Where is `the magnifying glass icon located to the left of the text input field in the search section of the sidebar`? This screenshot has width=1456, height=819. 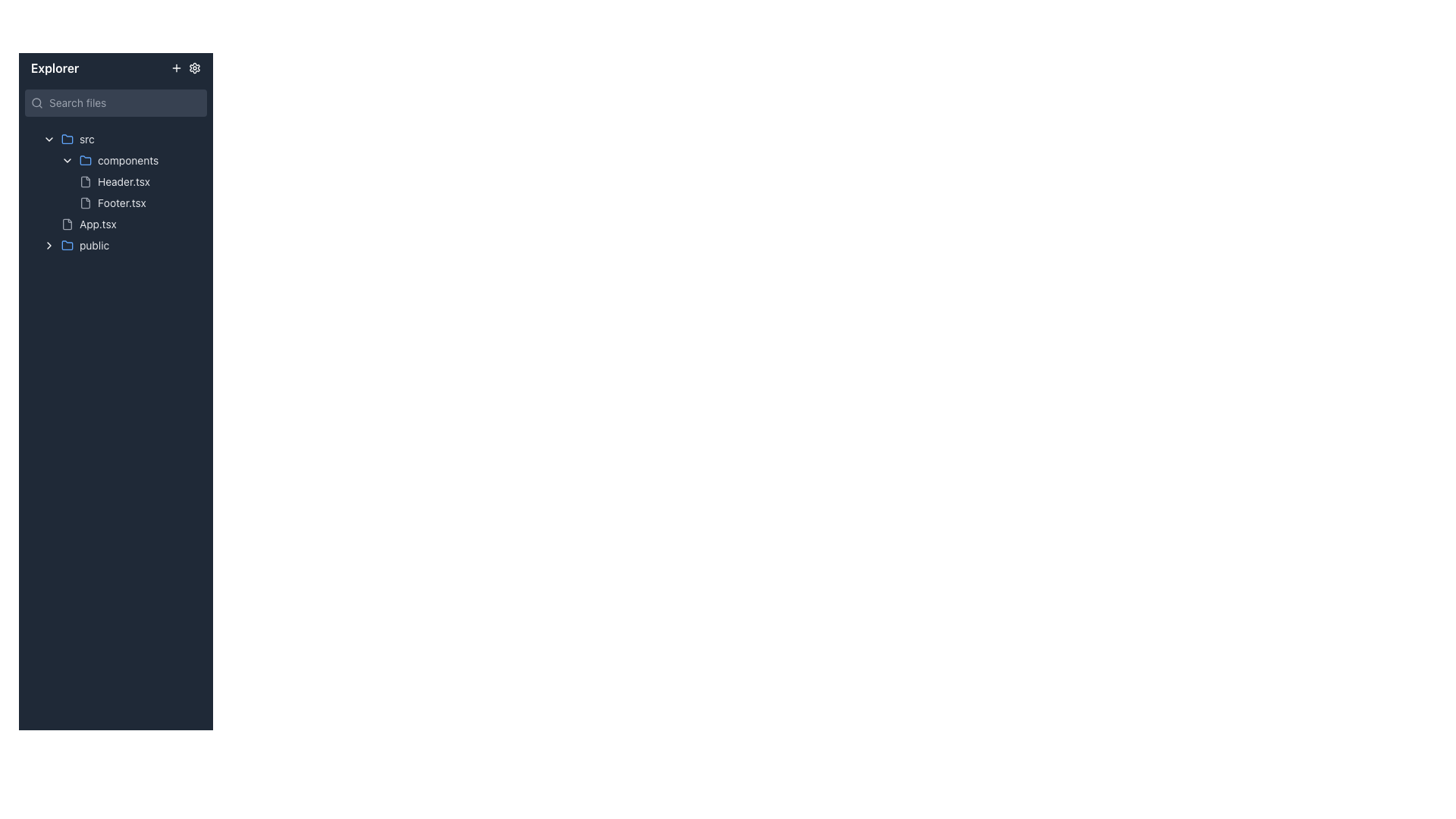 the magnifying glass icon located to the left of the text input field in the search section of the sidebar is located at coordinates (36, 102).